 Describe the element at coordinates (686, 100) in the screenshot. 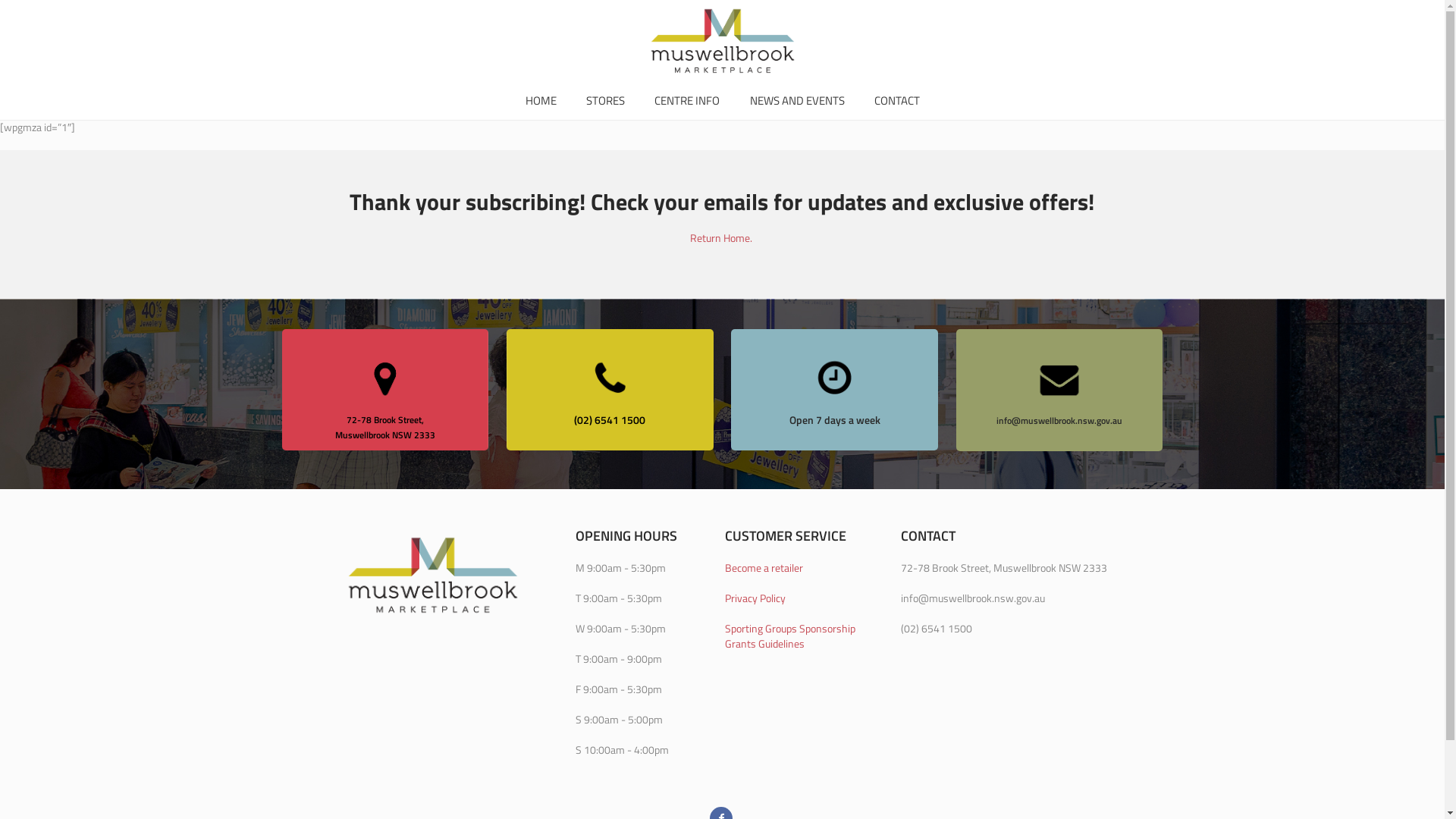

I see `'CENTRE INFO'` at that location.